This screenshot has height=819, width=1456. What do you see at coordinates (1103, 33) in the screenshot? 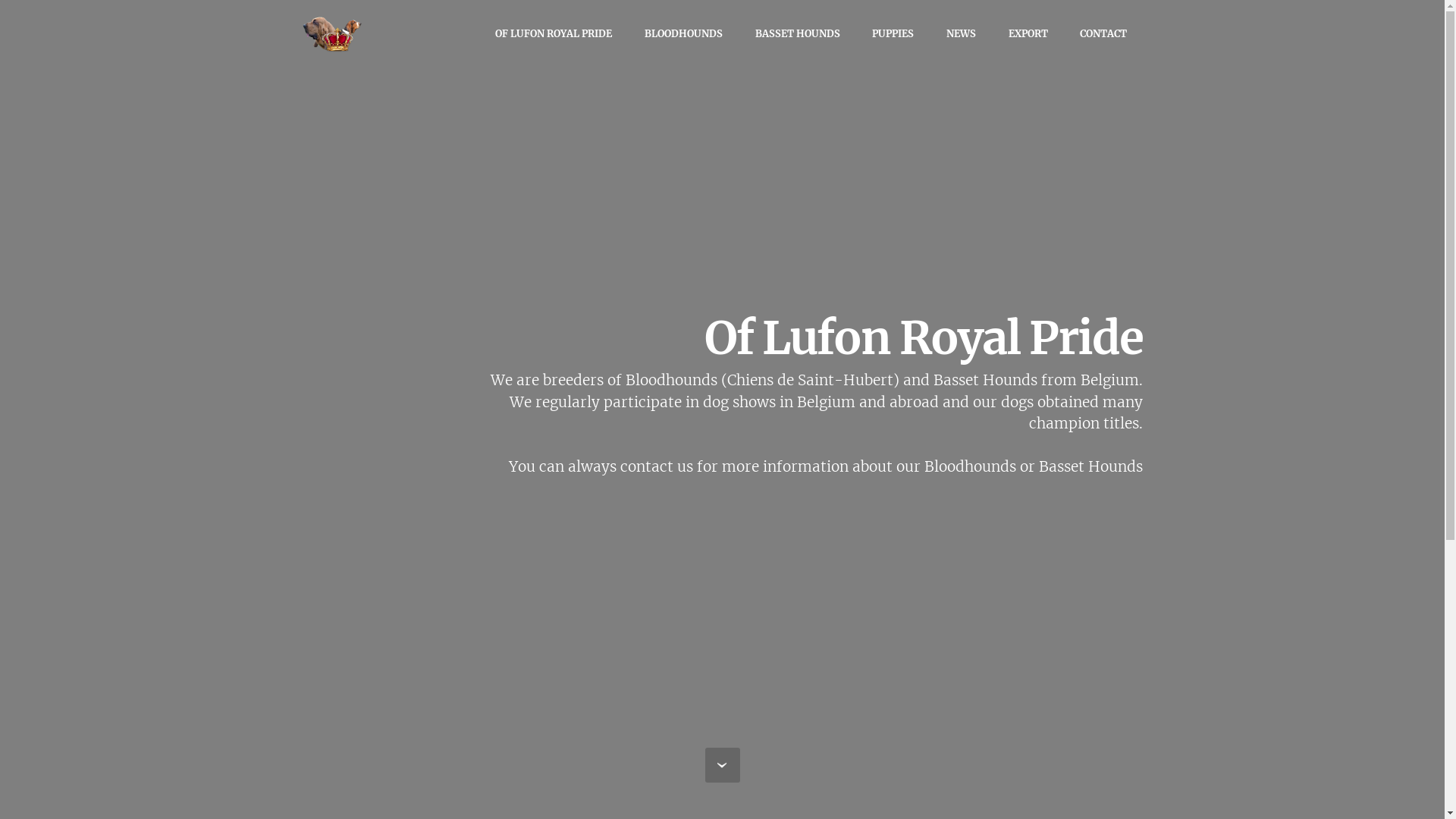
I see `'CONTACT'` at bounding box center [1103, 33].